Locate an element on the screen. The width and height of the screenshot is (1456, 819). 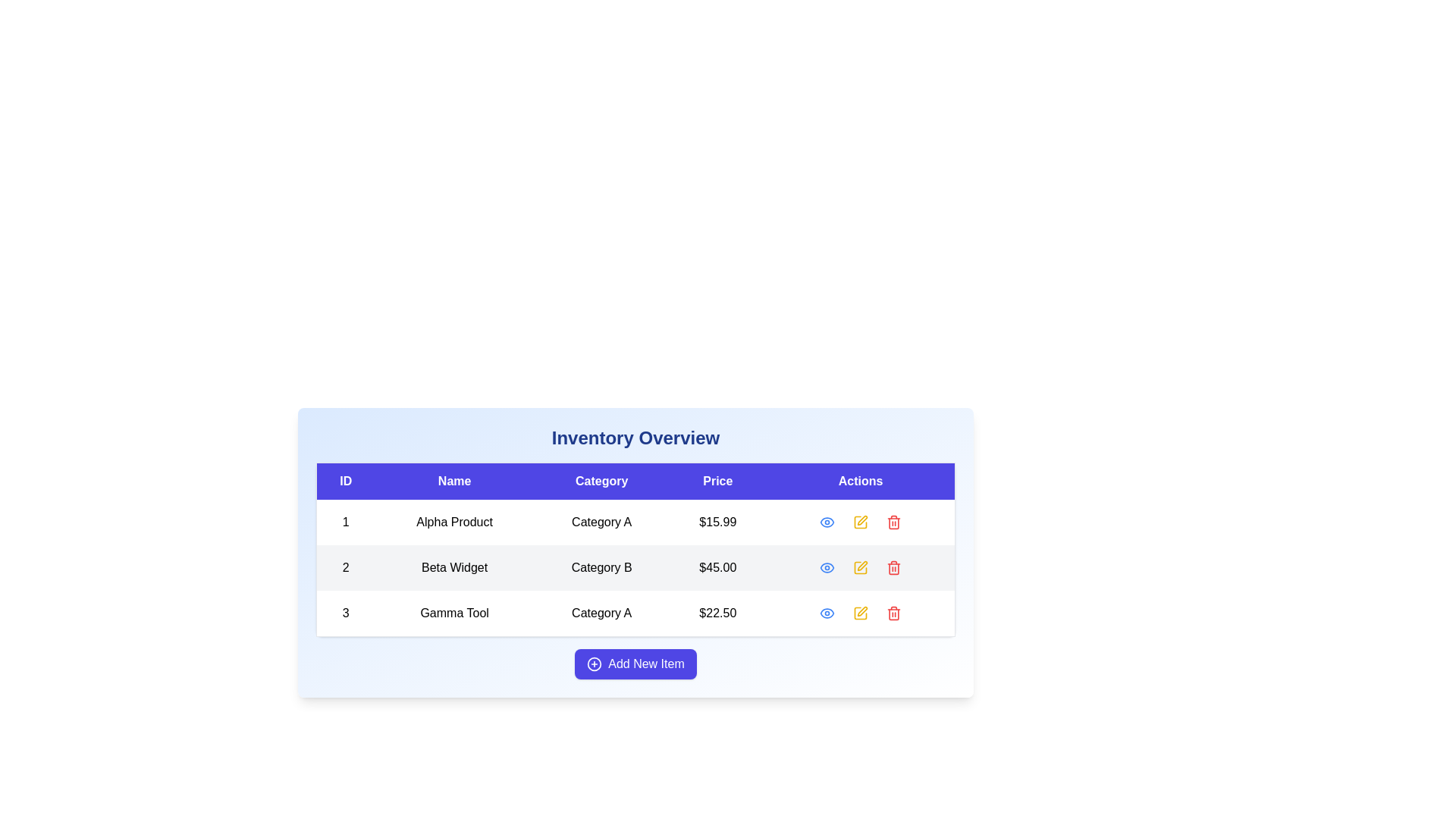
the red trash can icon button located in the 'Actions' column of the second row is located at coordinates (894, 522).